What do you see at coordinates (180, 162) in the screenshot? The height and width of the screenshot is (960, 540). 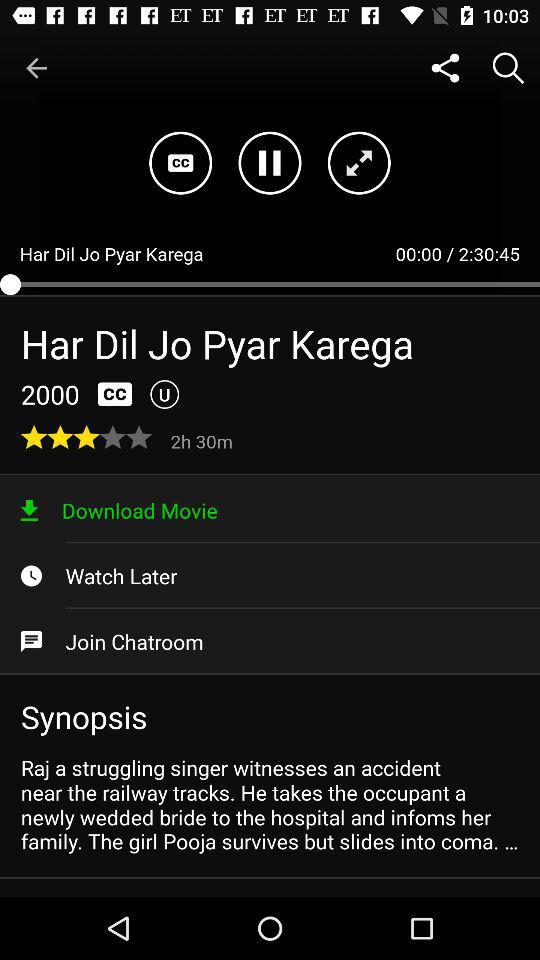 I see `the wallpaper icon` at bounding box center [180, 162].